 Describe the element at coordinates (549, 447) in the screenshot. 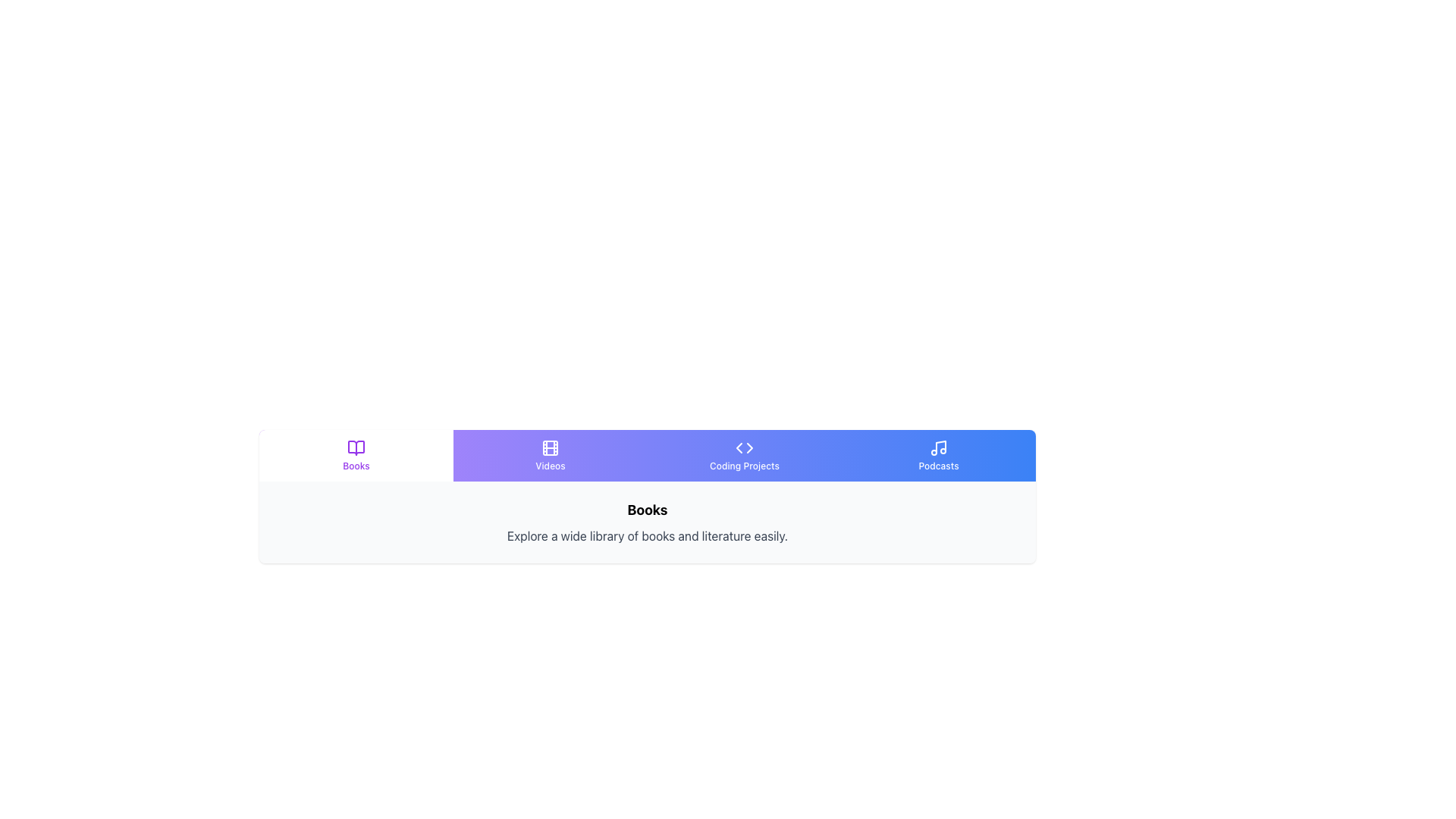

I see `the SVG Rectangle element within the 'Videos' section of the navigation bar, which is part of a film reel icon` at that location.